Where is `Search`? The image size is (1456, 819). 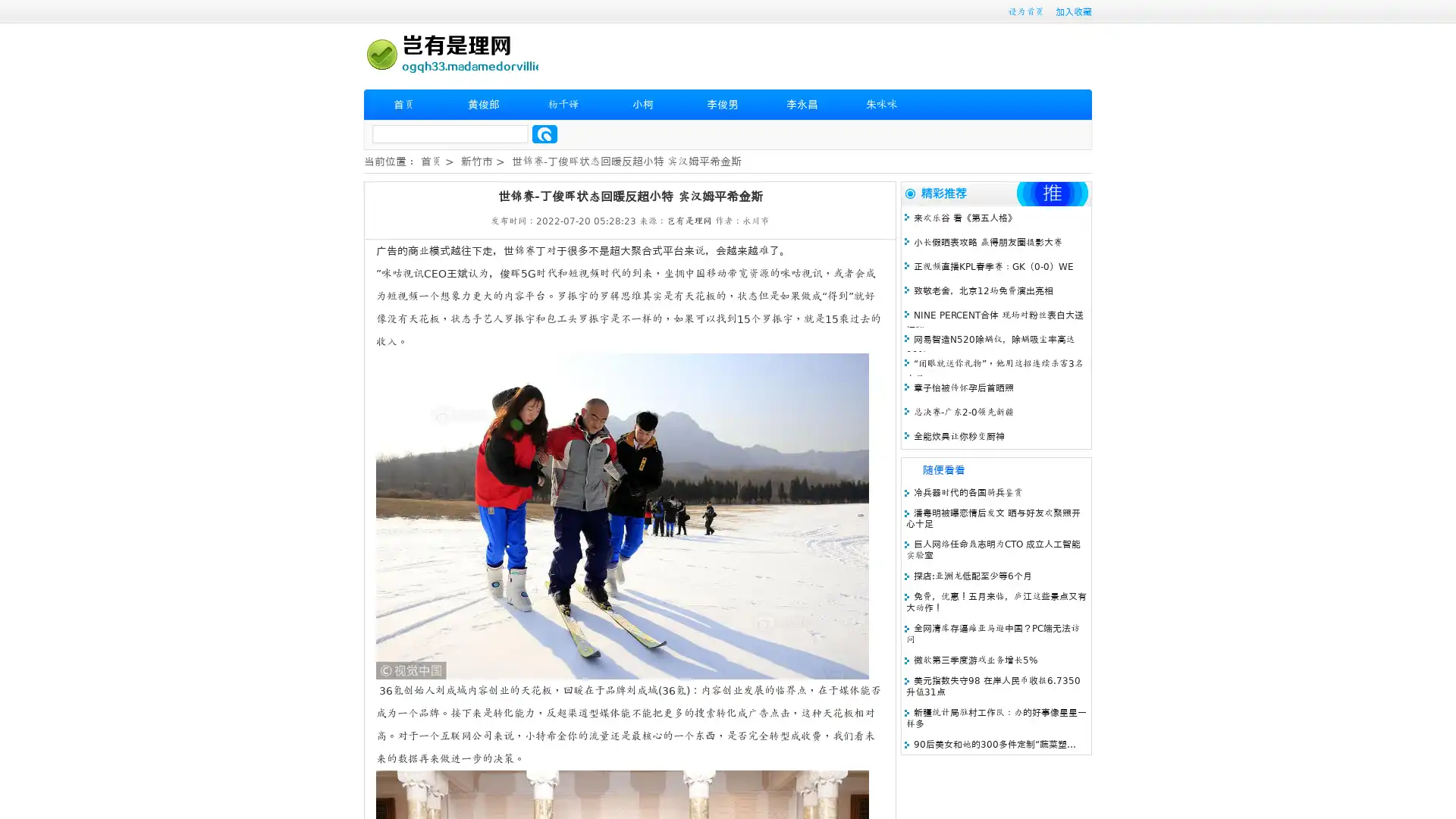
Search is located at coordinates (544, 133).